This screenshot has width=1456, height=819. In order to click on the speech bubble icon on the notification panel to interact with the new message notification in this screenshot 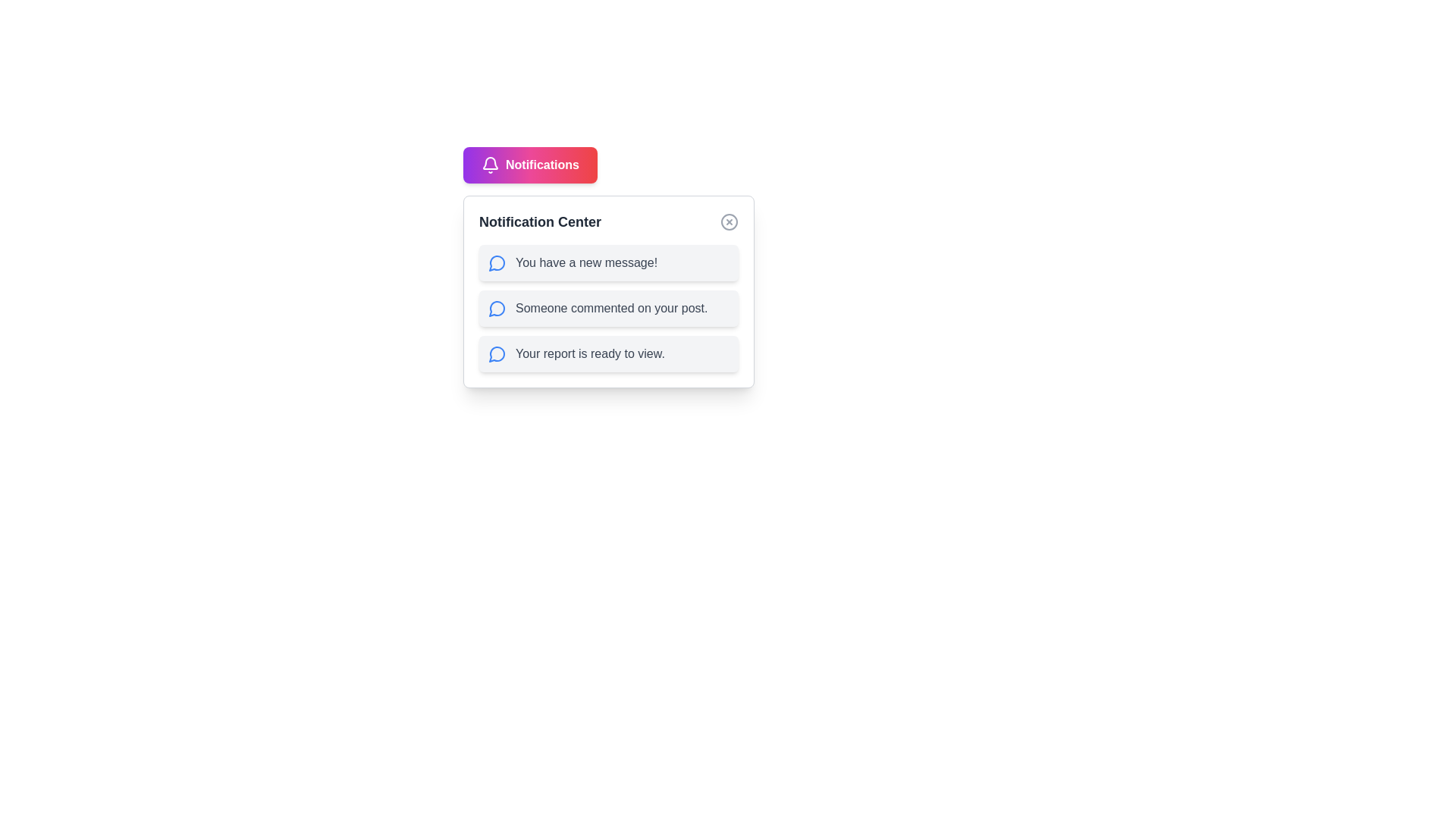, I will do `click(497, 262)`.